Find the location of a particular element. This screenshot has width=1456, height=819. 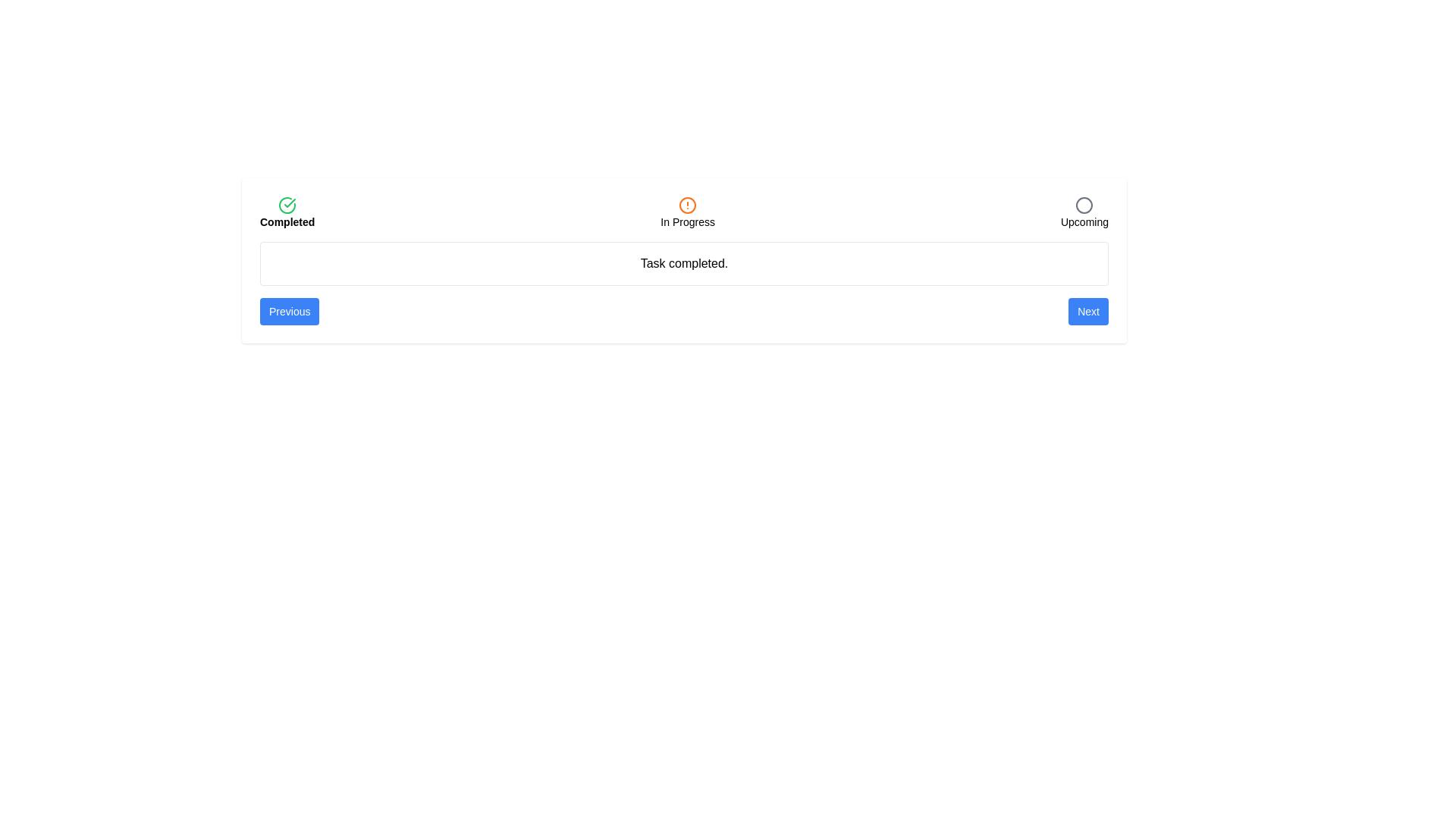

the static text label that indicates task completion, which is centrally located below the 'Completed' tab and between the 'Previous' and 'Next' buttons is located at coordinates (683, 262).